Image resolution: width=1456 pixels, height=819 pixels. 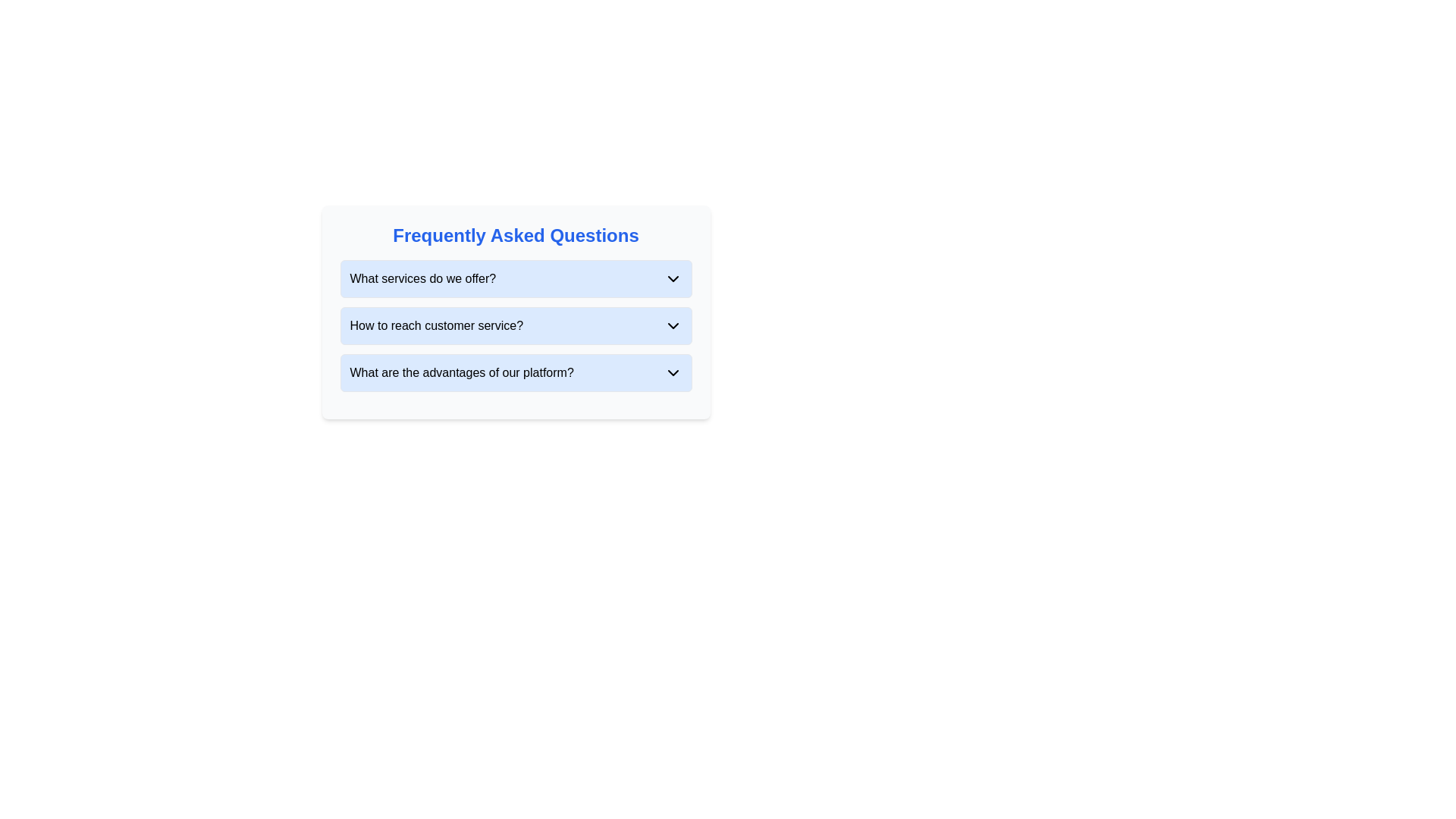 What do you see at coordinates (672, 278) in the screenshot?
I see `the toggle icon for expanding or collapsing the content related to 'What services do we offer?'` at bounding box center [672, 278].